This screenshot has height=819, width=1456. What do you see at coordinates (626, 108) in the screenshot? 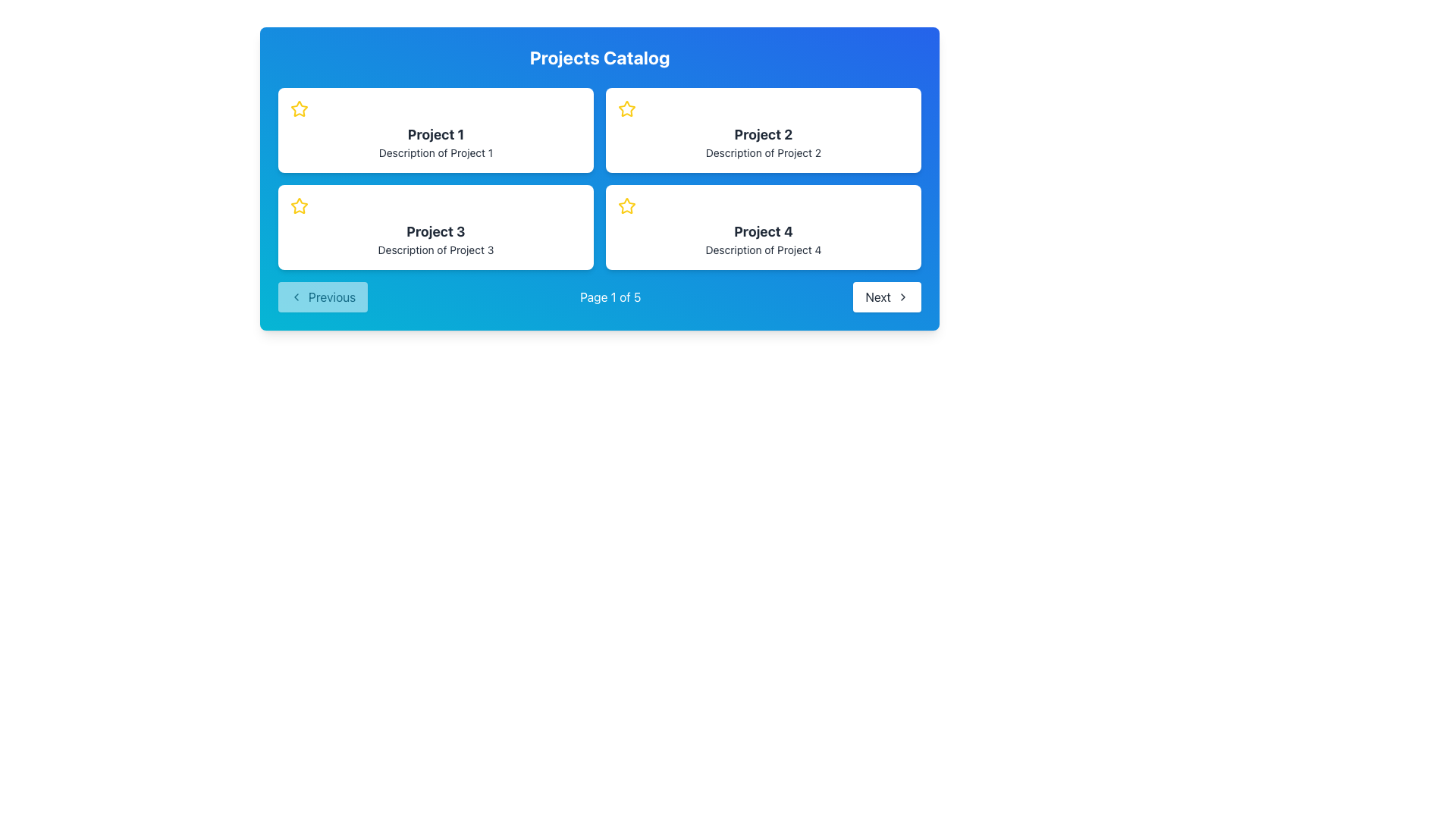
I see `the star-shaped icon with a yellow border and a hollow center located in the upper part of the 'Project 2' card` at bounding box center [626, 108].